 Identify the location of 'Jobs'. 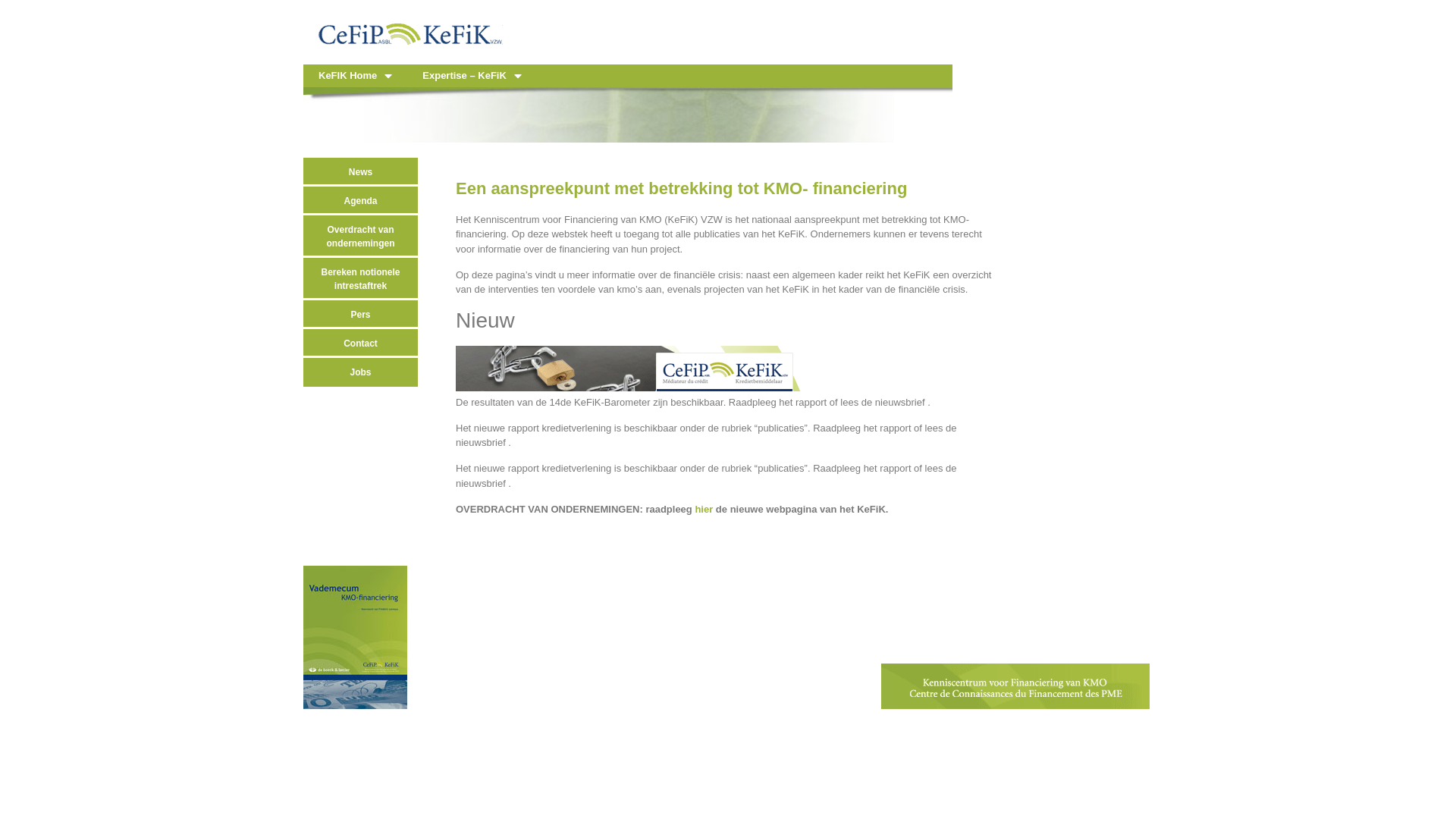
(359, 372).